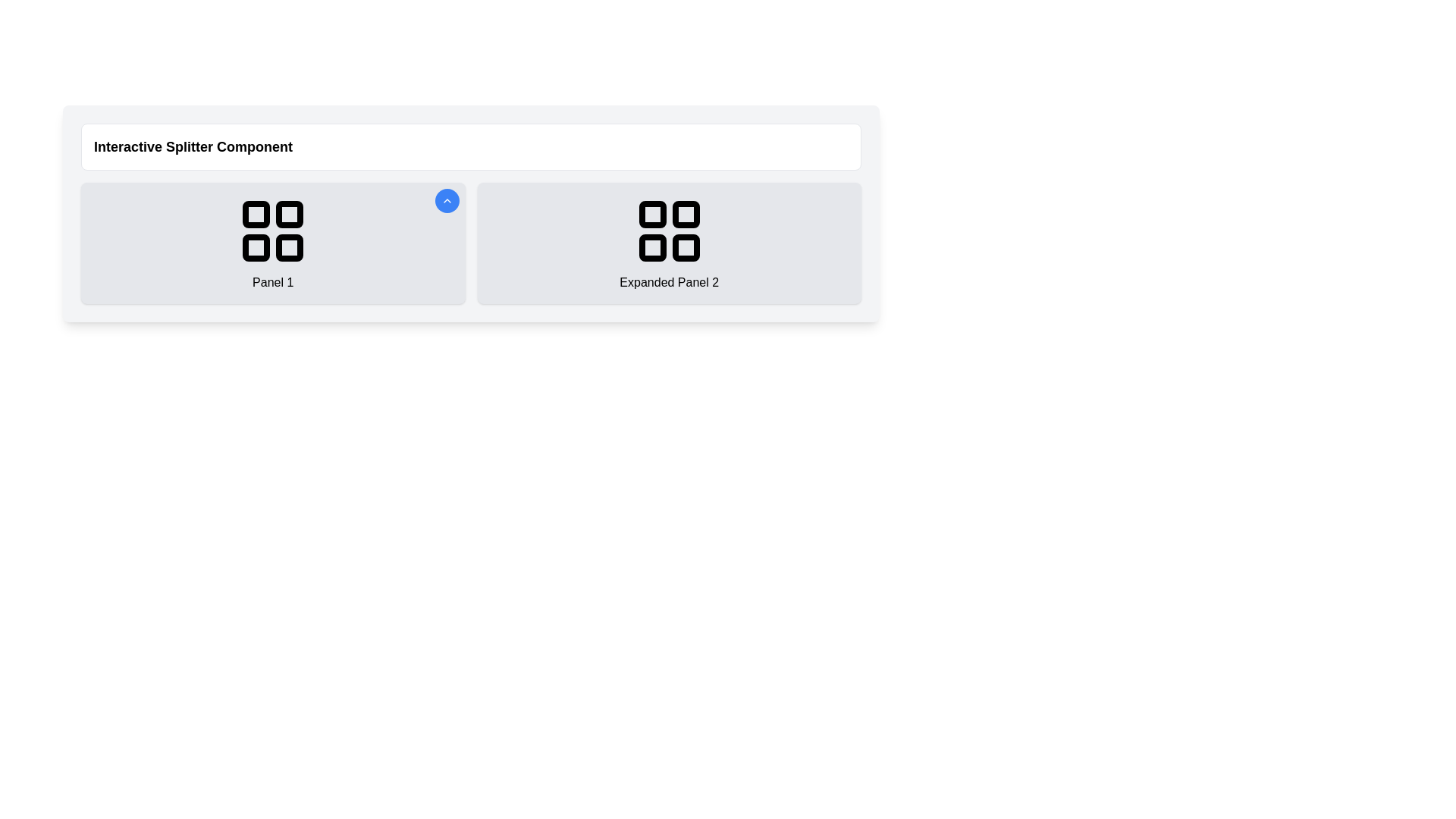 Image resolution: width=1456 pixels, height=819 pixels. I want to click on to select or interact with the small square located in the bottom-right corner of the second panel in a 2x2 grid layout, so click(685, 247).